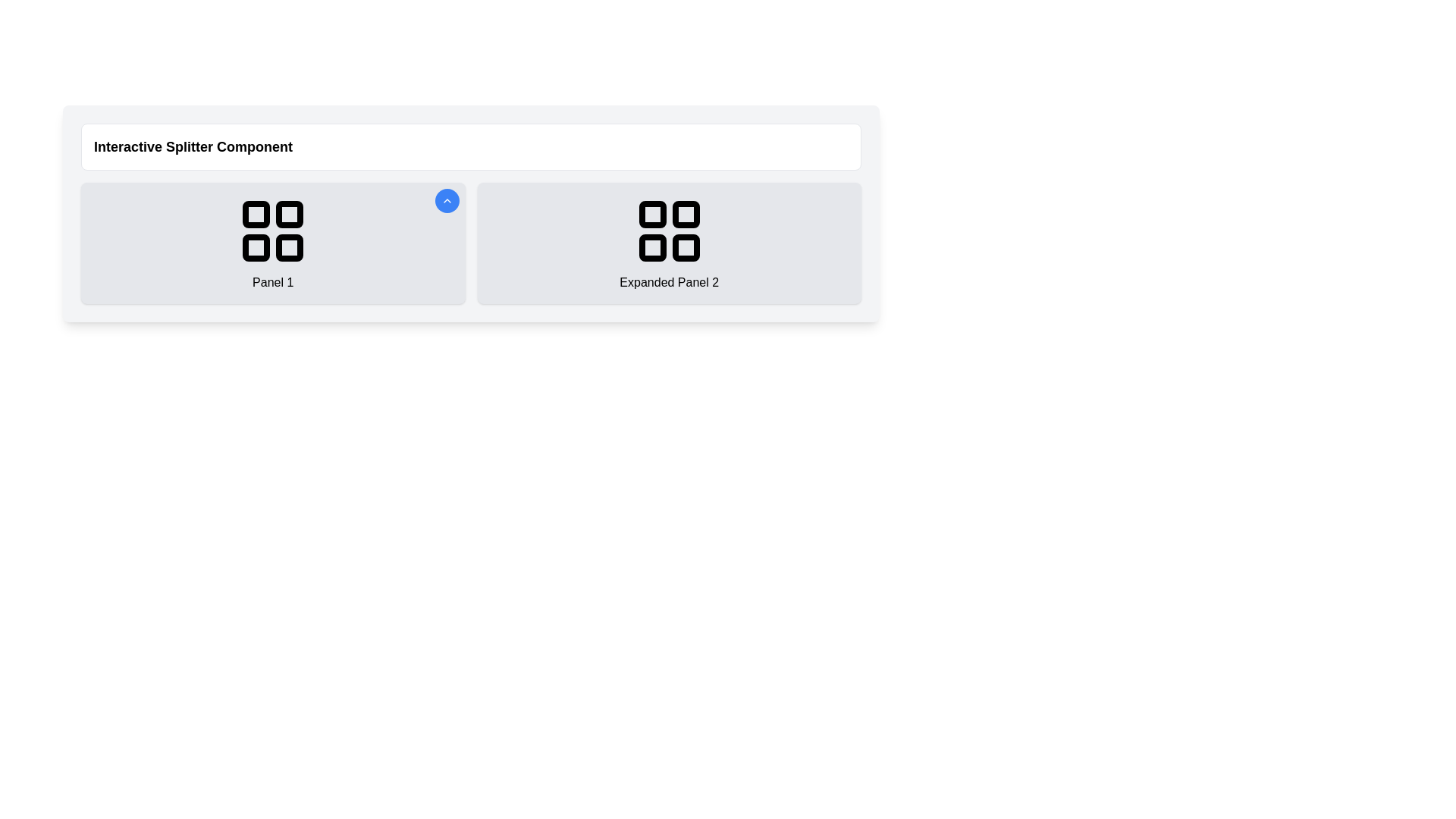 Image resolution: width=1456 pixels, height=819 pixels. I want to click on to select or interact with the small square located in the bottom-right corner of the second panel in a 2x2 grid layout, so click(685, 247).